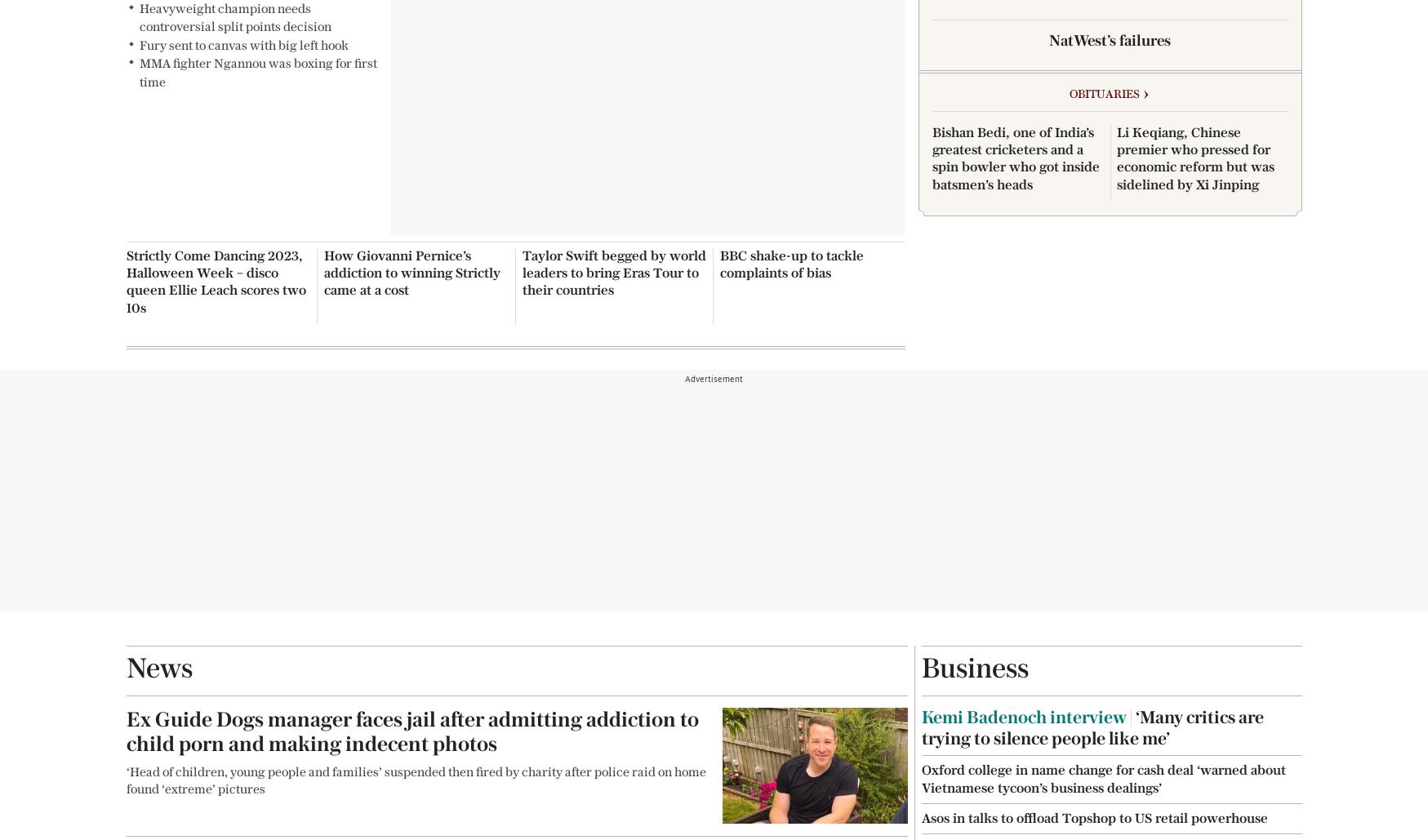  I want to click on 'Advertising Terms', so click(420, 96).